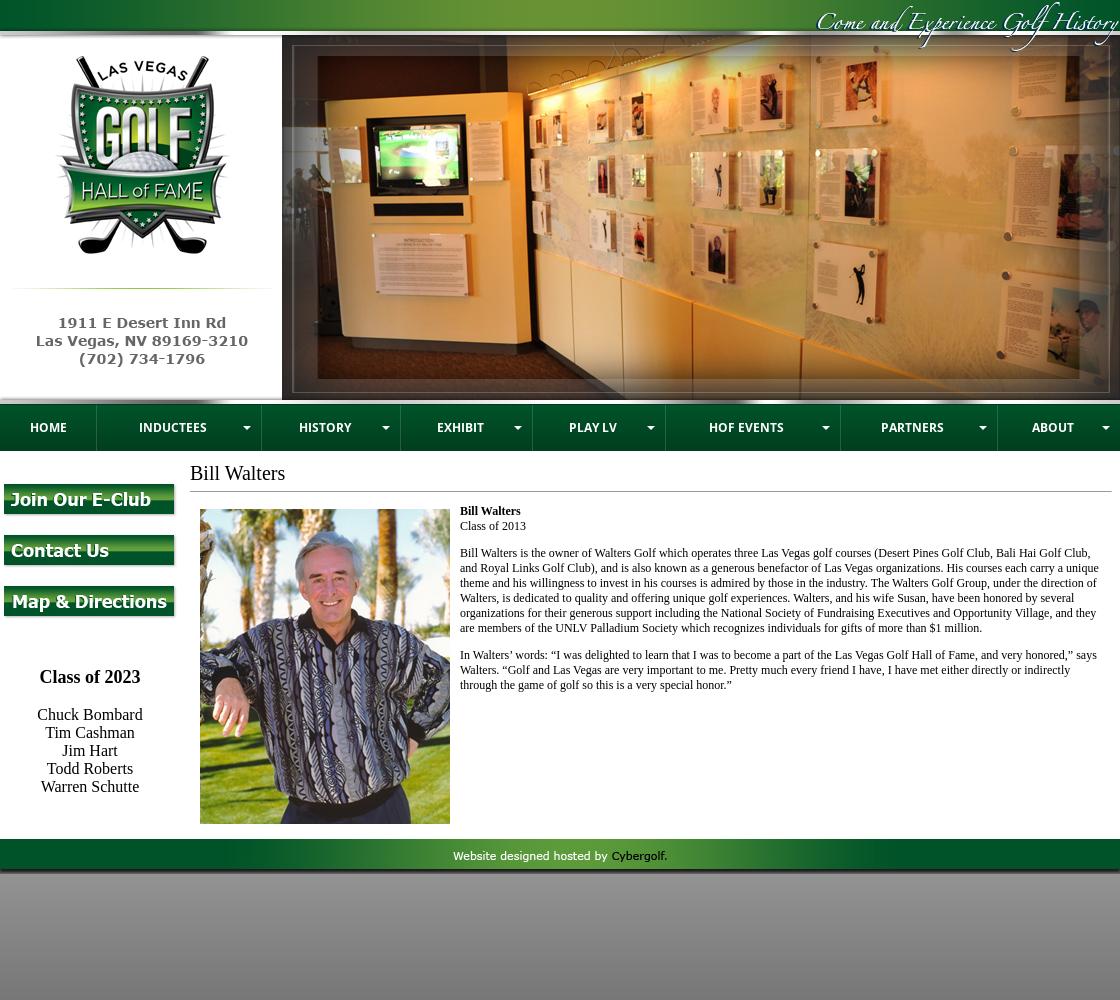  Describe the element at coordinates (46, 426) in the screenshot. I see `'Home'` at that location.